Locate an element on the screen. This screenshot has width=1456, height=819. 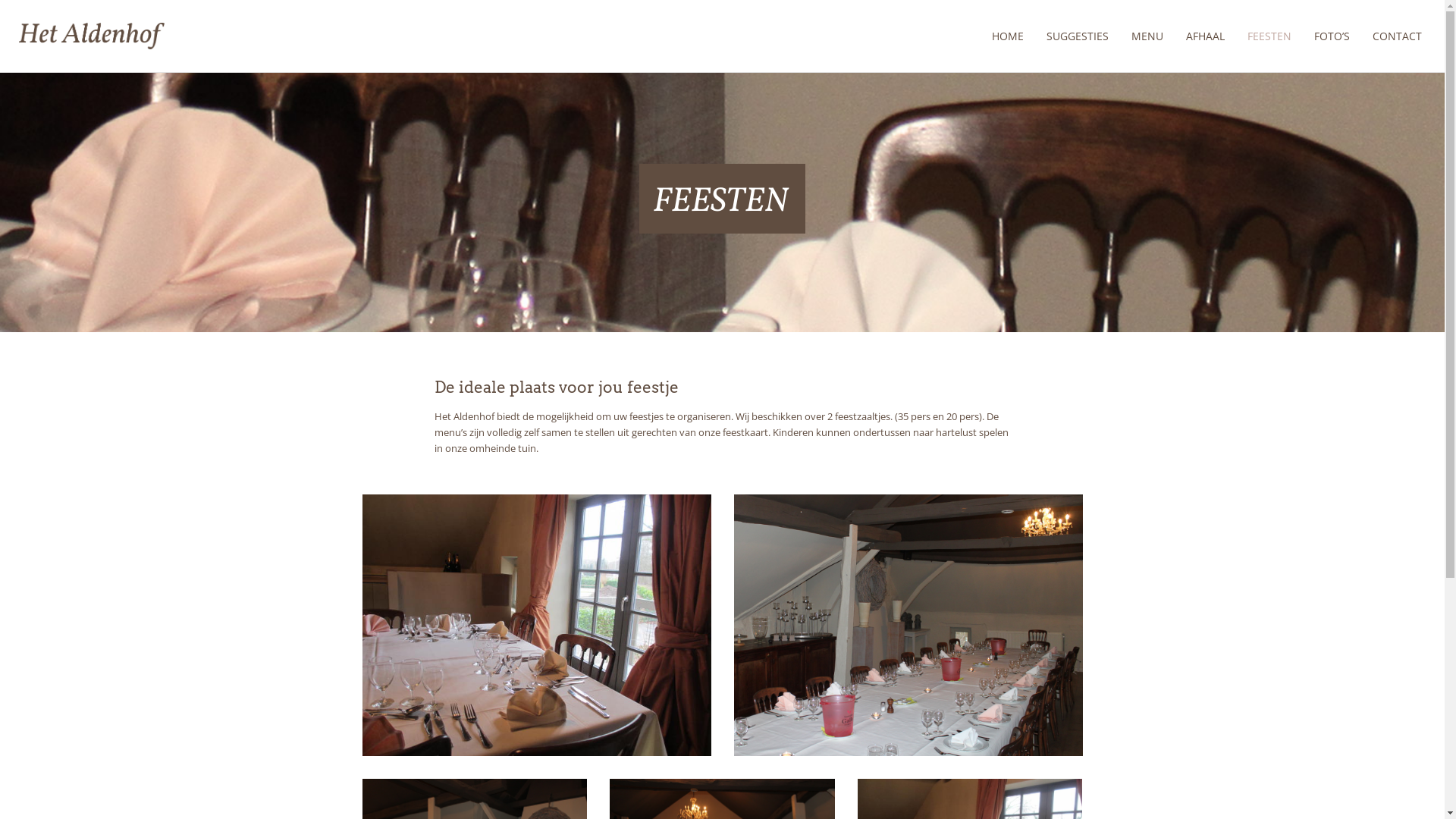
'AFHAAL' is located at coordinates (1204, 35).